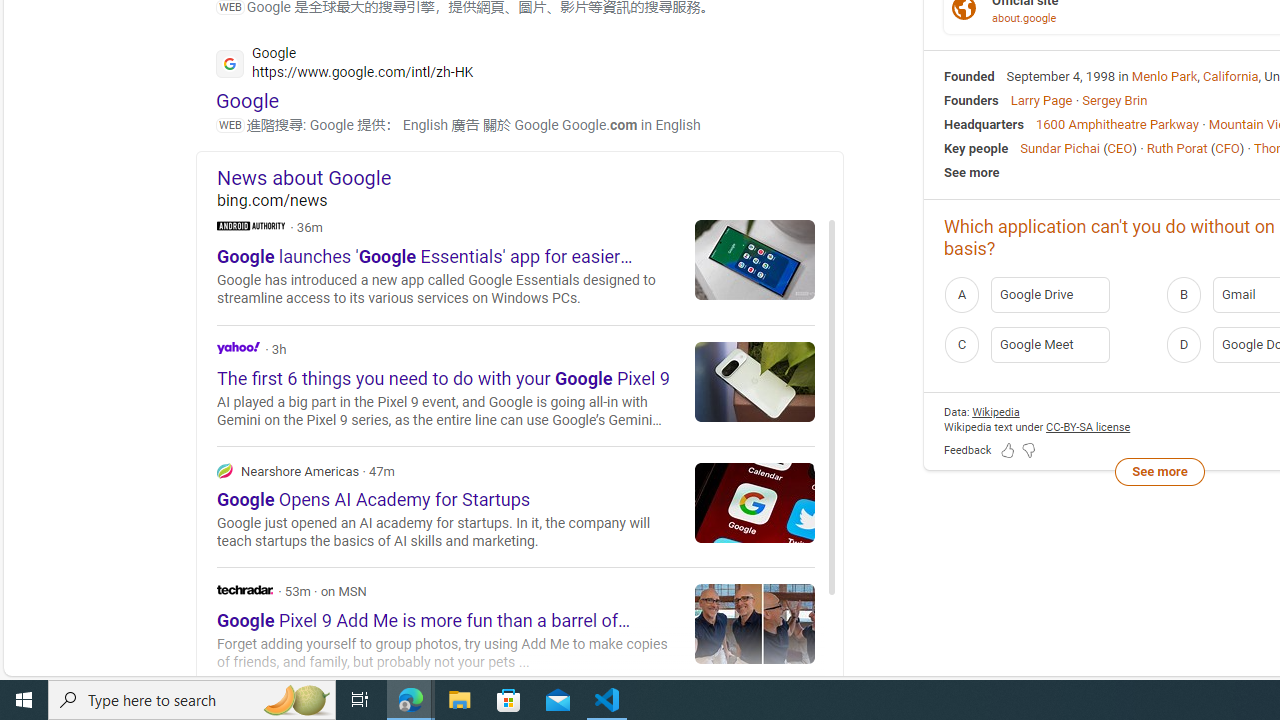 Image resolution: width=1280 pixels, height=720 pixels. I want to click on '1600 Amphitheatre Parkway', so click(1116, 123).